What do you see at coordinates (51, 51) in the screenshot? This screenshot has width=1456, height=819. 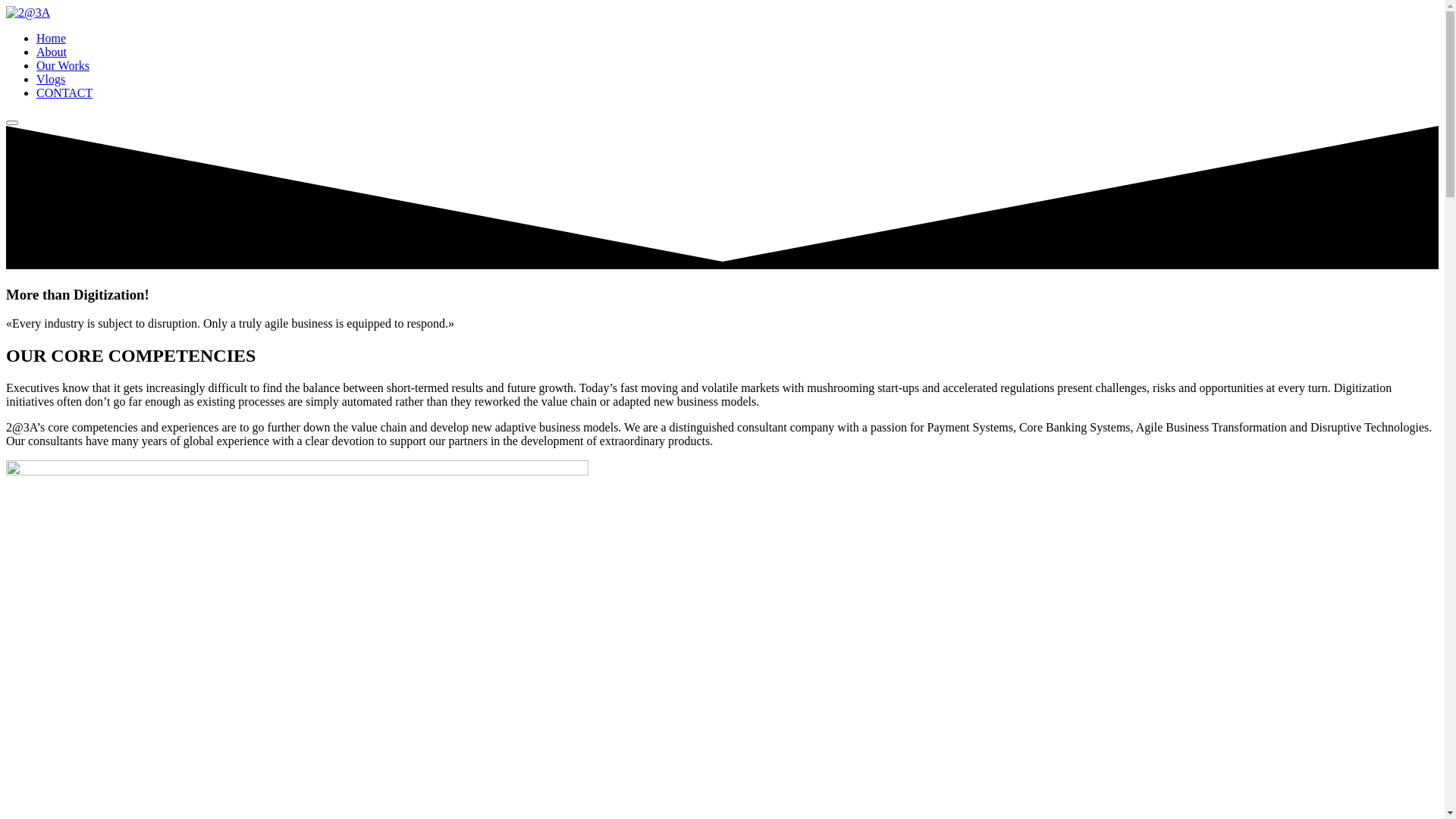 I see `'About'` at bounding box center [51, 51].